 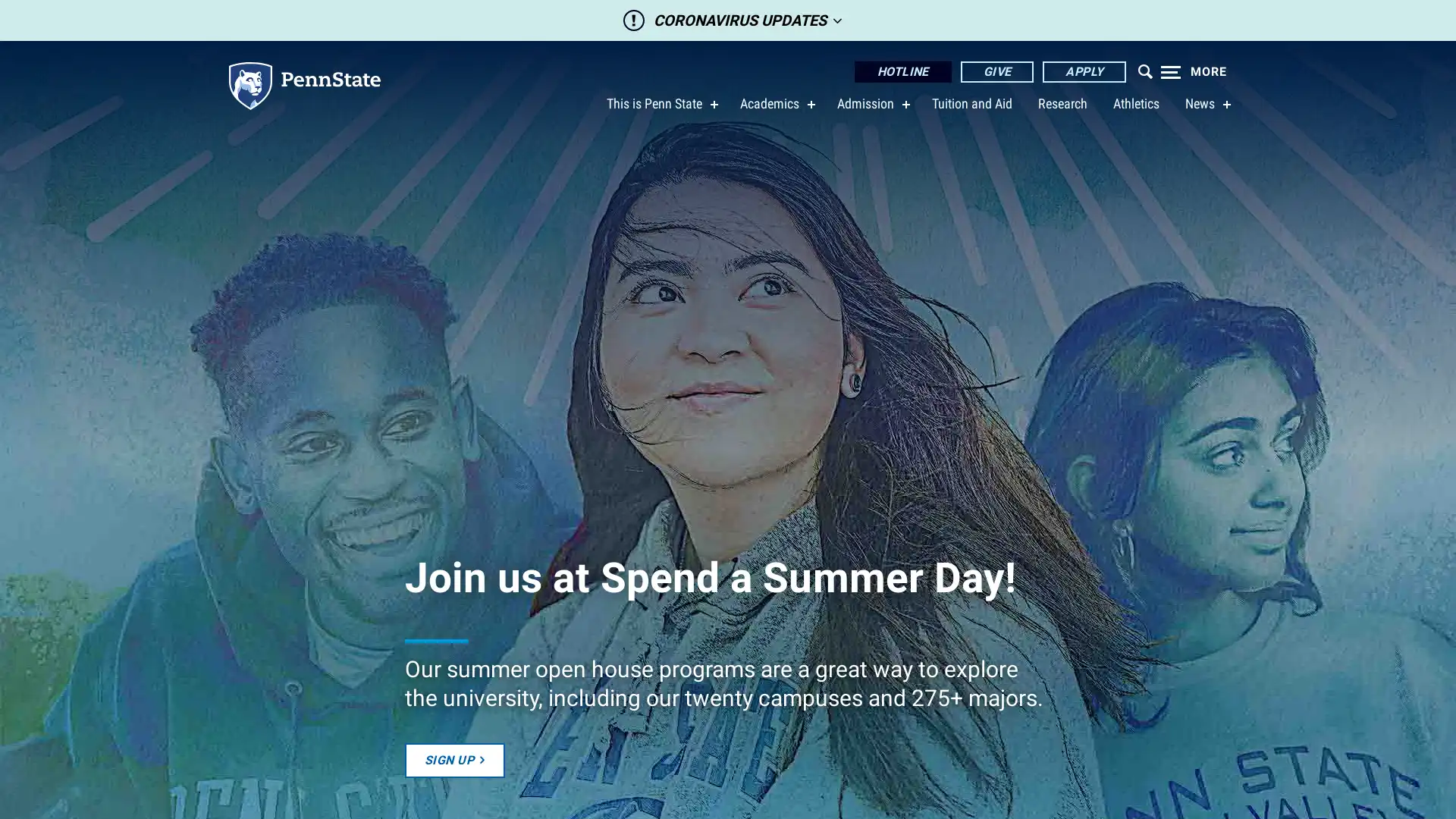 What do you see at coordinates (899, 104) in the screenshot?
I see `show submenu for Admission` at bounding box center [899, 104].